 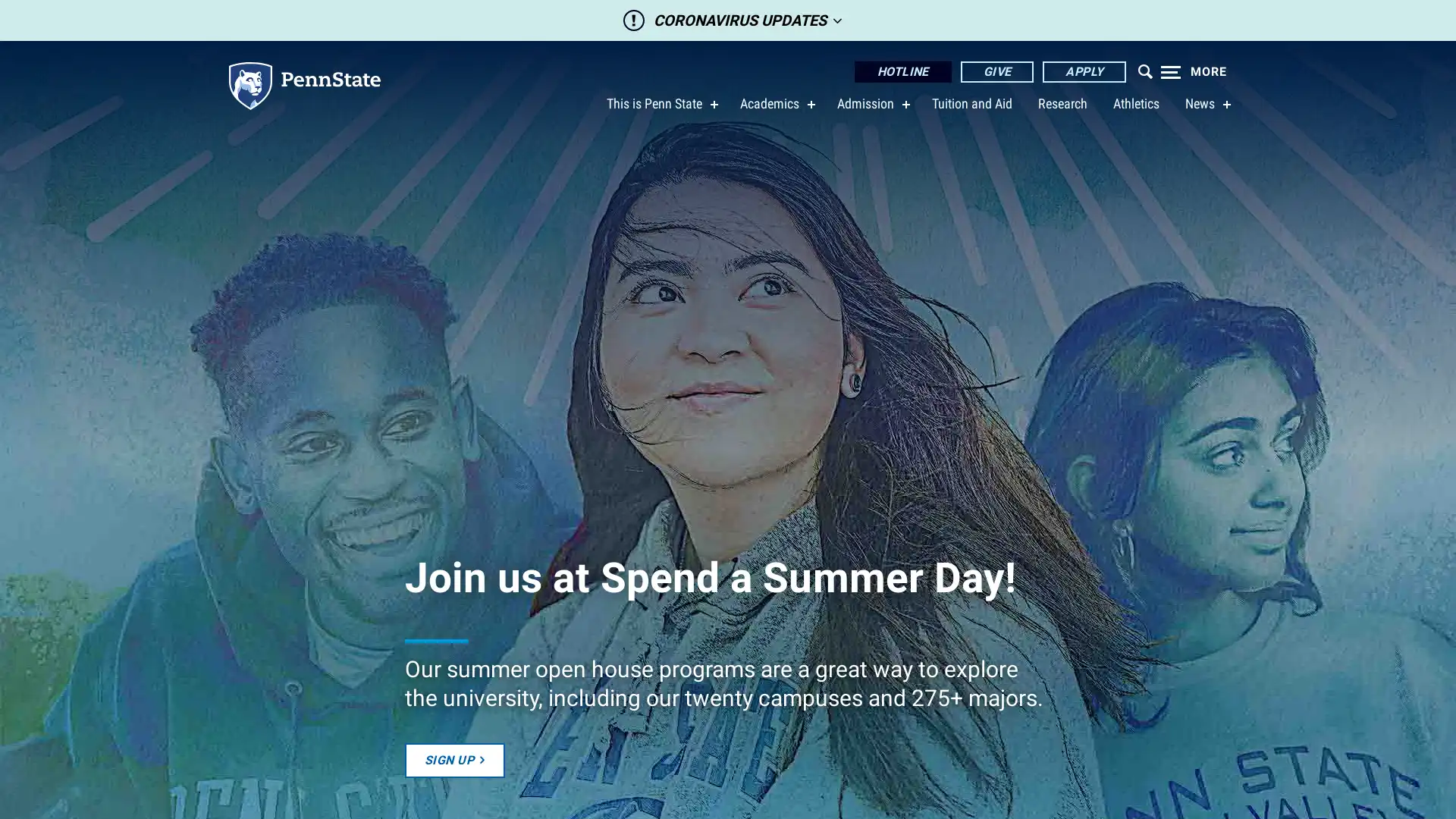 What do you see at coordinates (899, 104) in the screenshot?
I see `show submenu for Admission` at bounding box center [899, 104].